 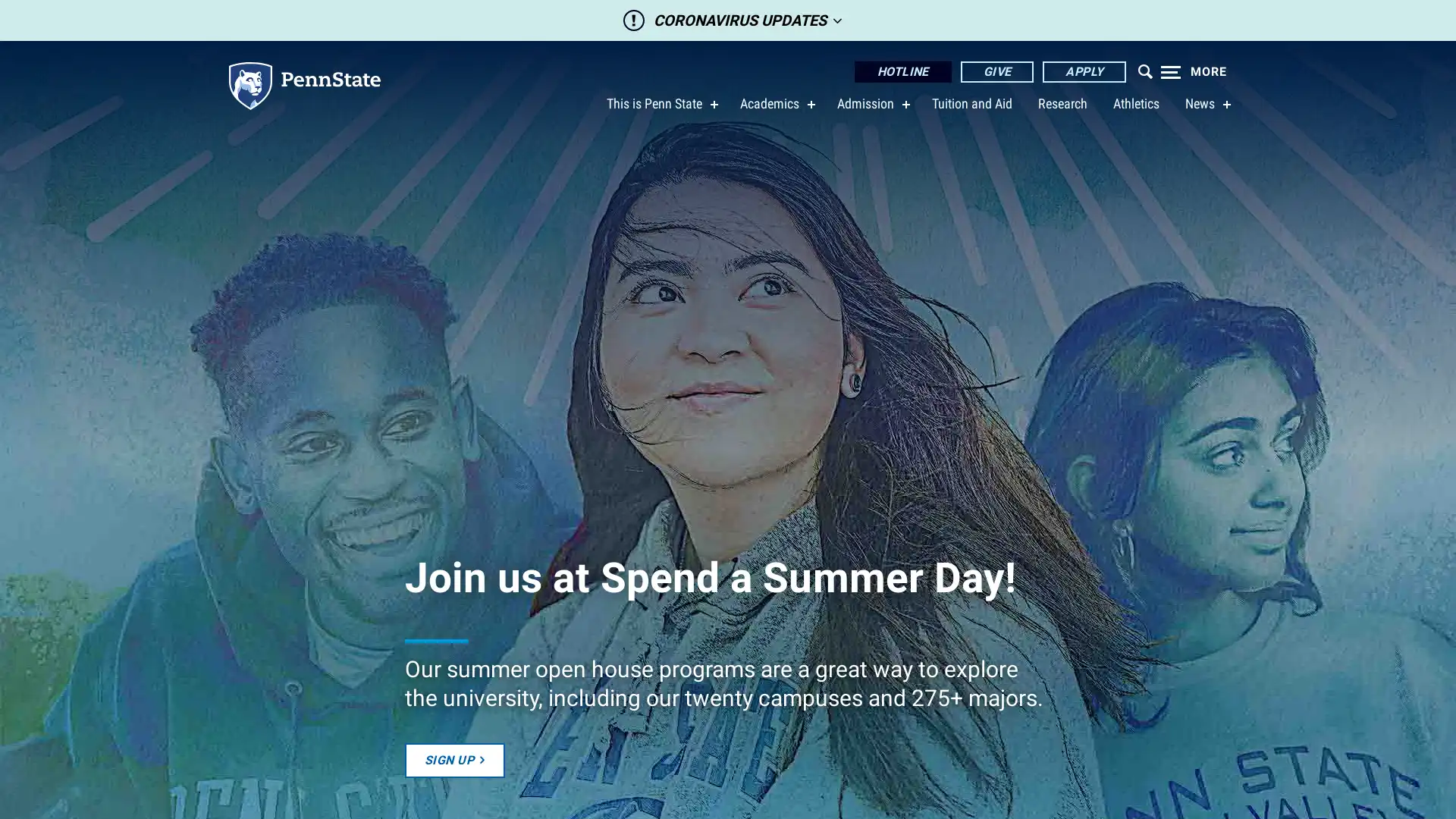 What do you see at coordinates (899, 104) in the screenshot?
I see `show submenu for Admission` at bounding box center [899, 104].